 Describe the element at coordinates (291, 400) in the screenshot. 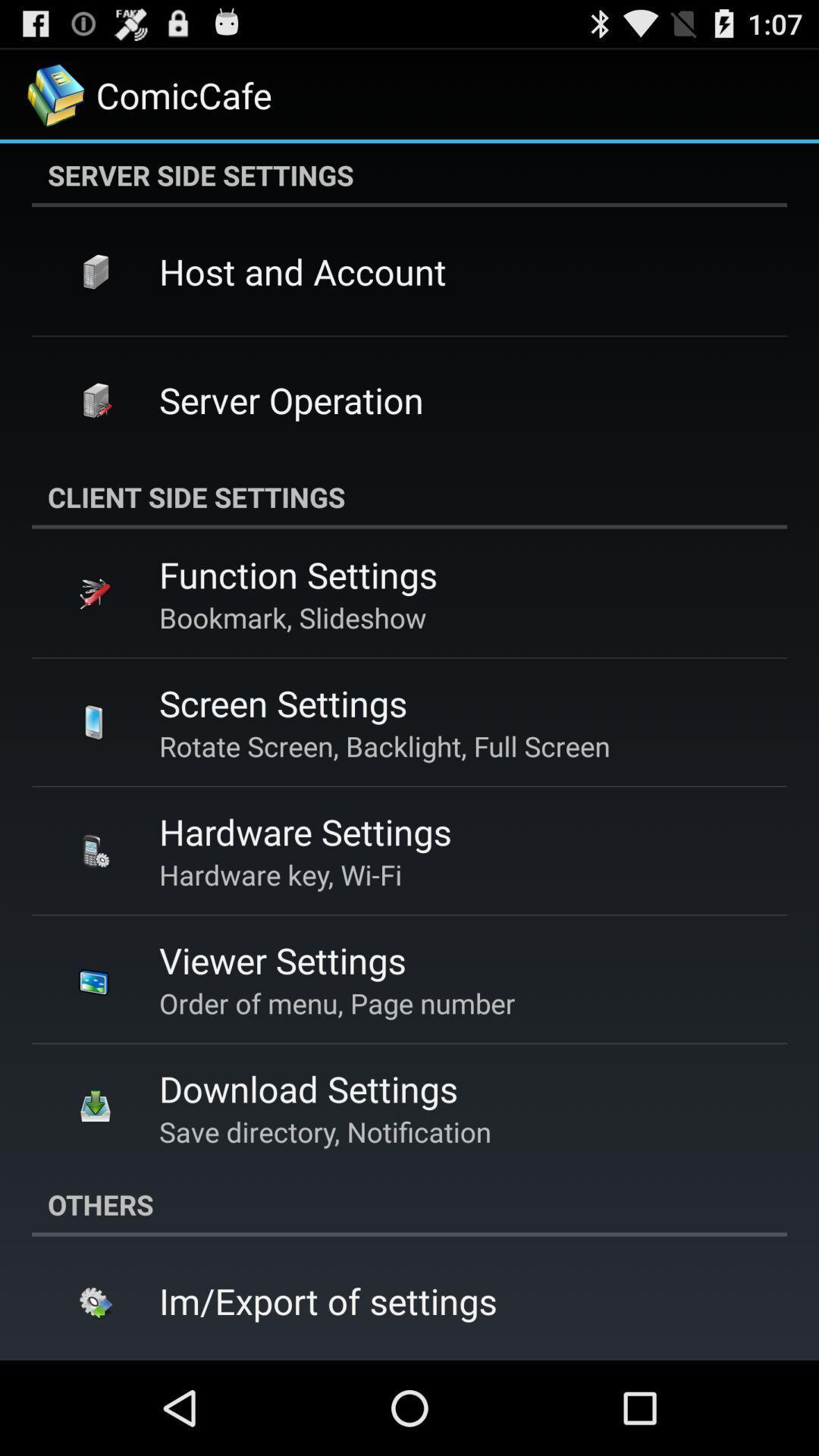

I see `icon above the client side settings icon` at that location.